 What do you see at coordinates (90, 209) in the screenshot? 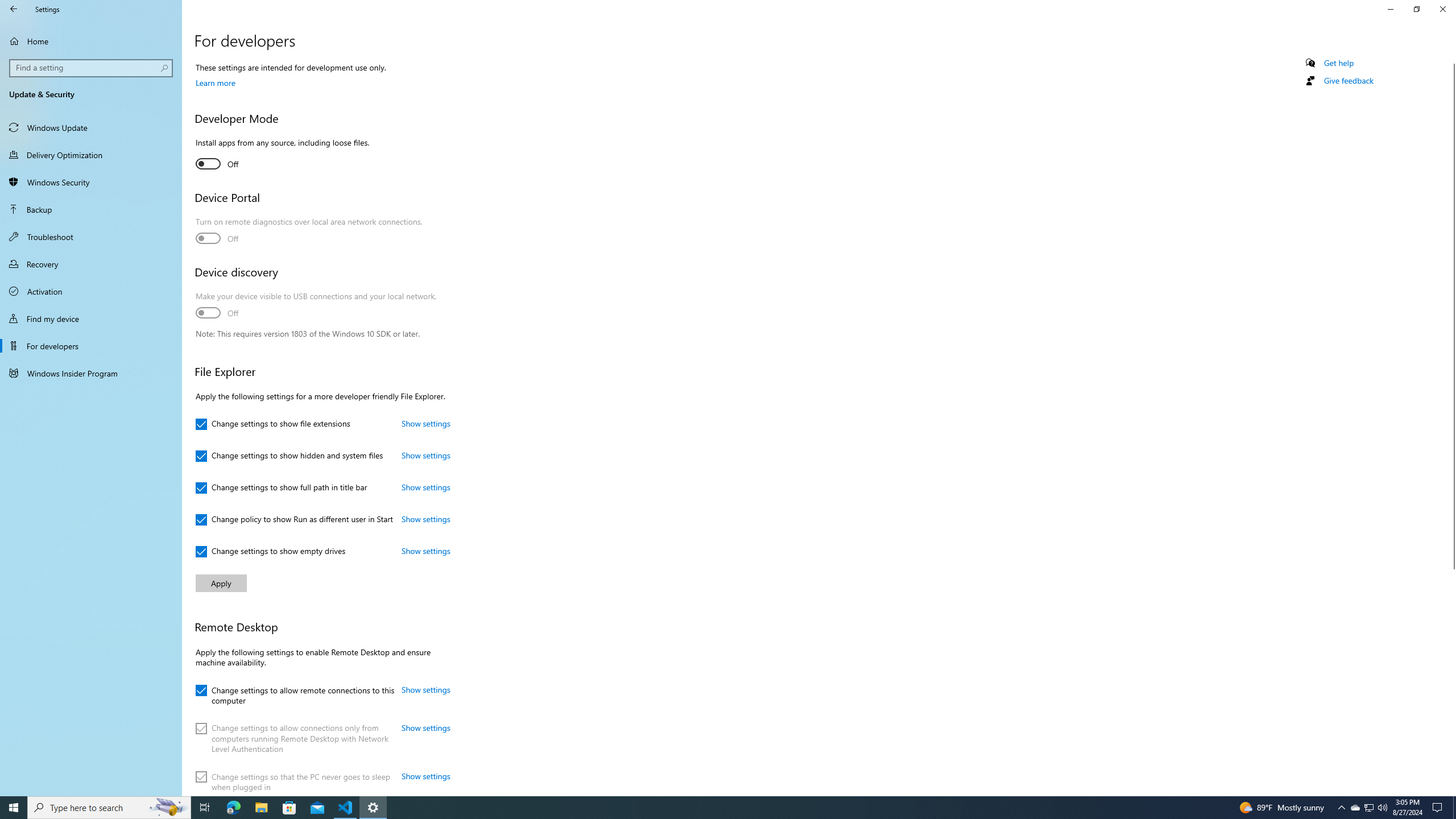
I see `'Backup'` at bounding box center [90, 209].